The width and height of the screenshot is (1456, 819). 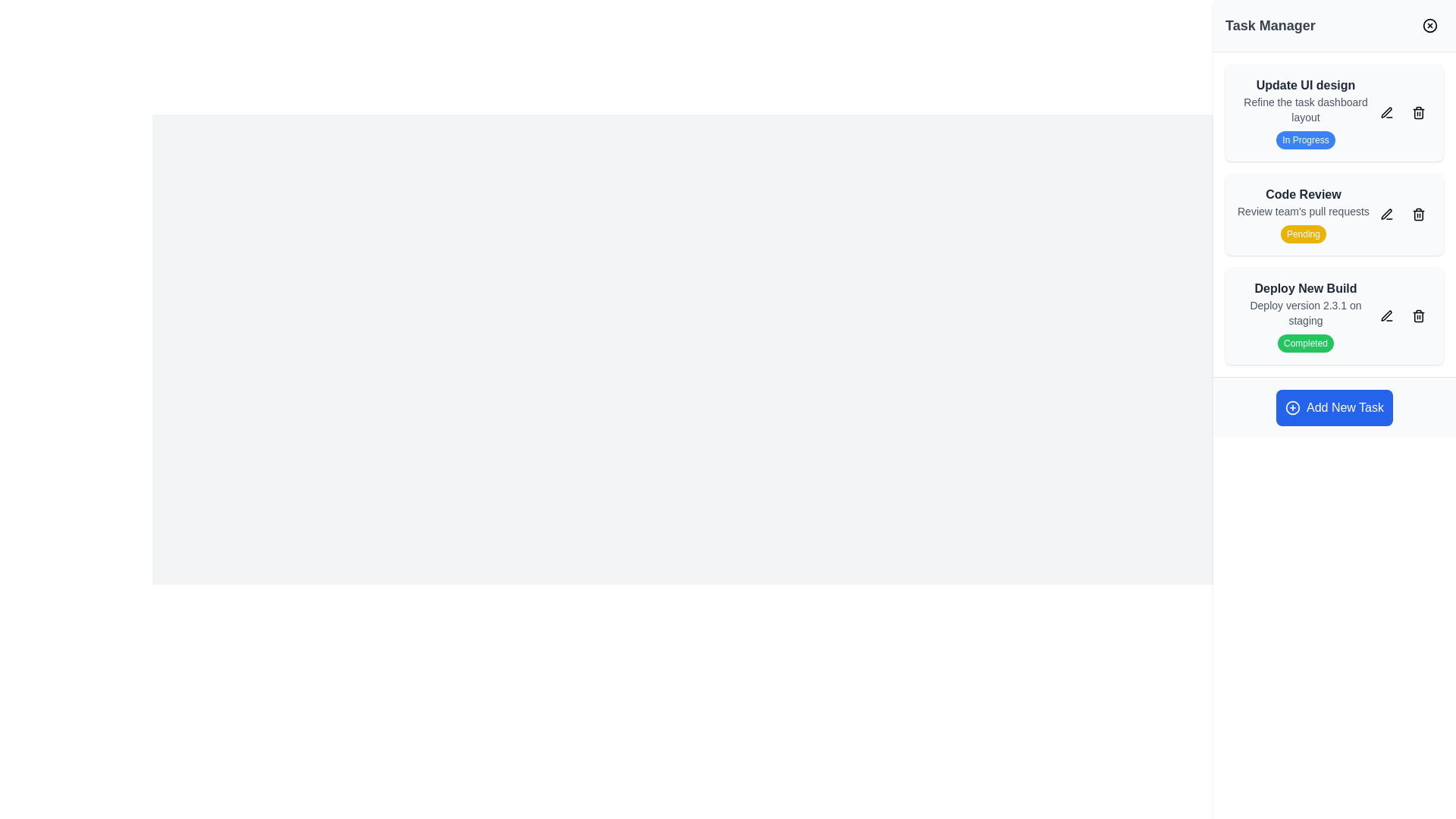 I want to click on the grouped action element containing the edit and delete buttons located at the bottom right corner of the 'Deploy New Build' card, so click(x=1401, y=315).